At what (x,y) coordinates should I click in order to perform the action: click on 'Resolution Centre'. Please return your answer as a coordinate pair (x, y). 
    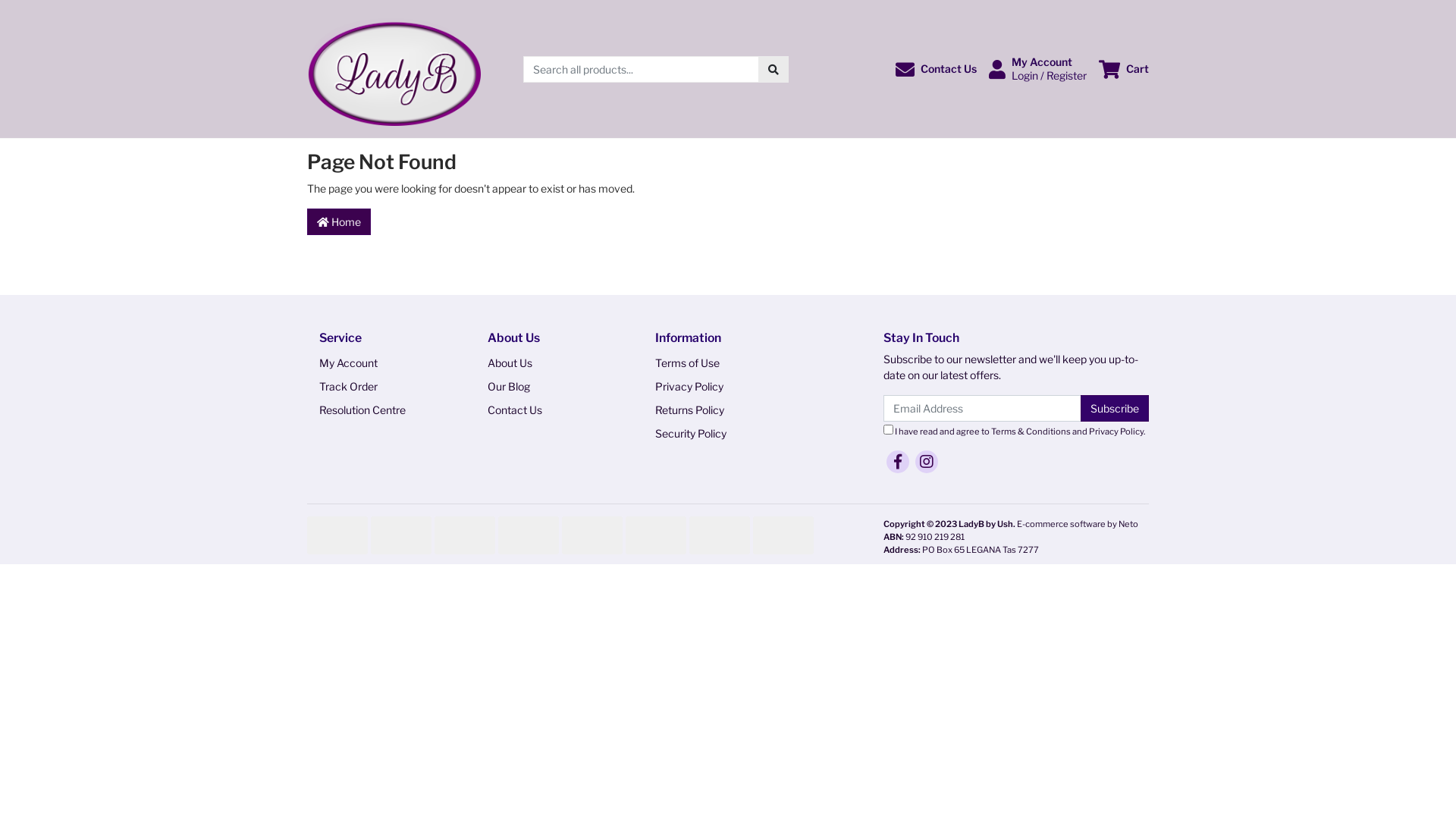
    Looking at the image, I should click on (379, 409).